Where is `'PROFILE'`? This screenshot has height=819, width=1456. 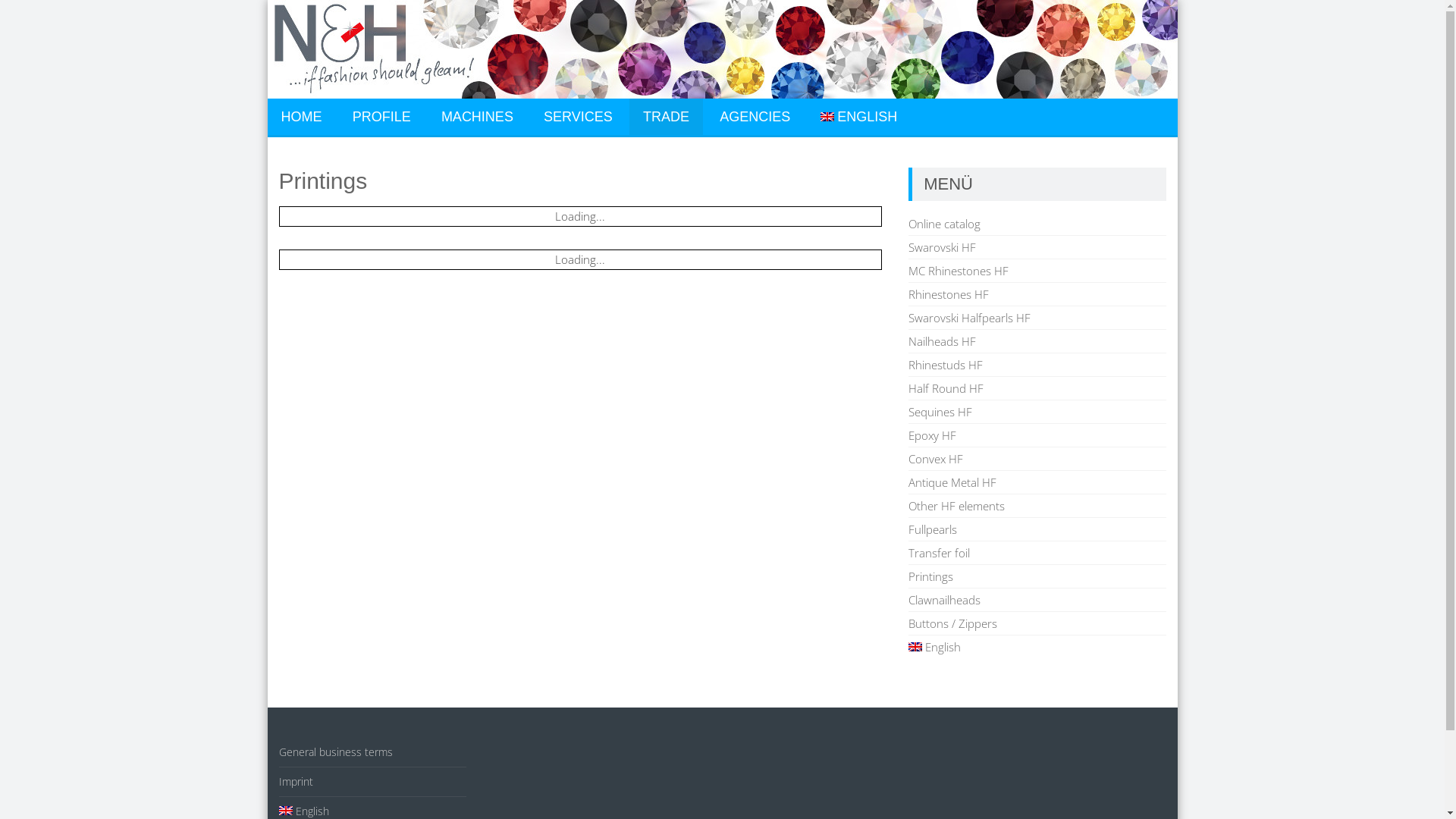 'PROFILE' is located at coordinates (337, 116).